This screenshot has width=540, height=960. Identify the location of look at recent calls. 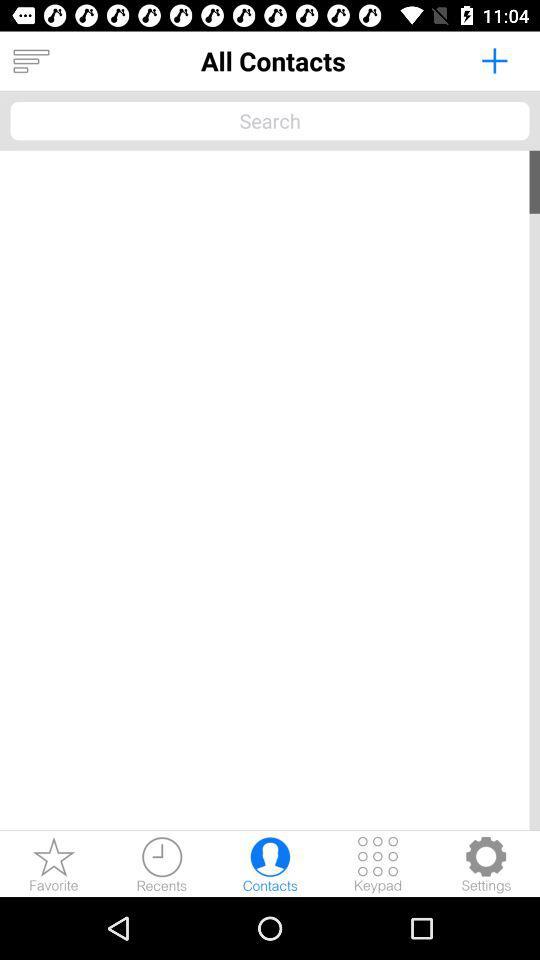
(161, 863).